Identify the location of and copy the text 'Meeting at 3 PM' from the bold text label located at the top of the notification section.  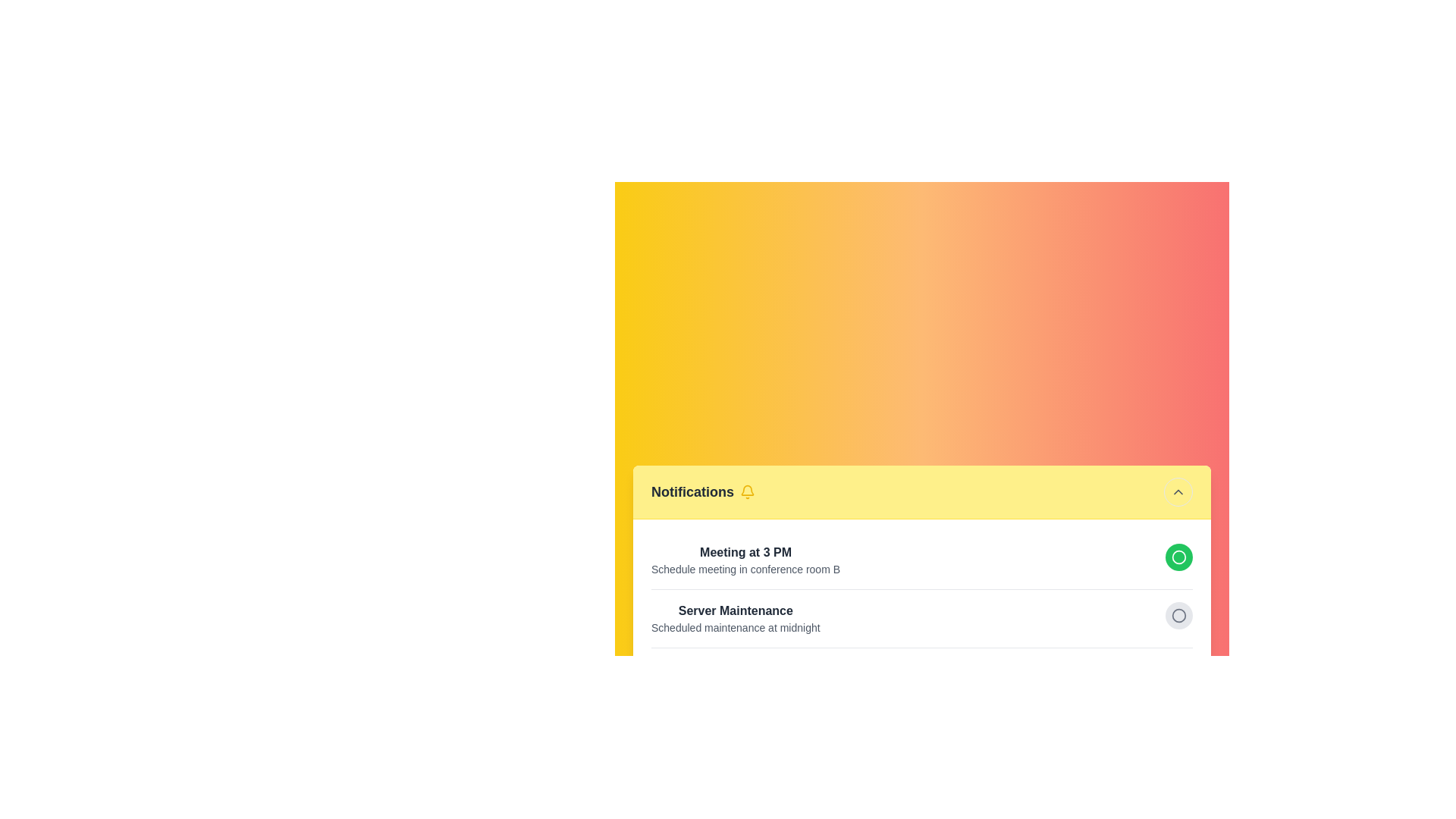
(745, 552).